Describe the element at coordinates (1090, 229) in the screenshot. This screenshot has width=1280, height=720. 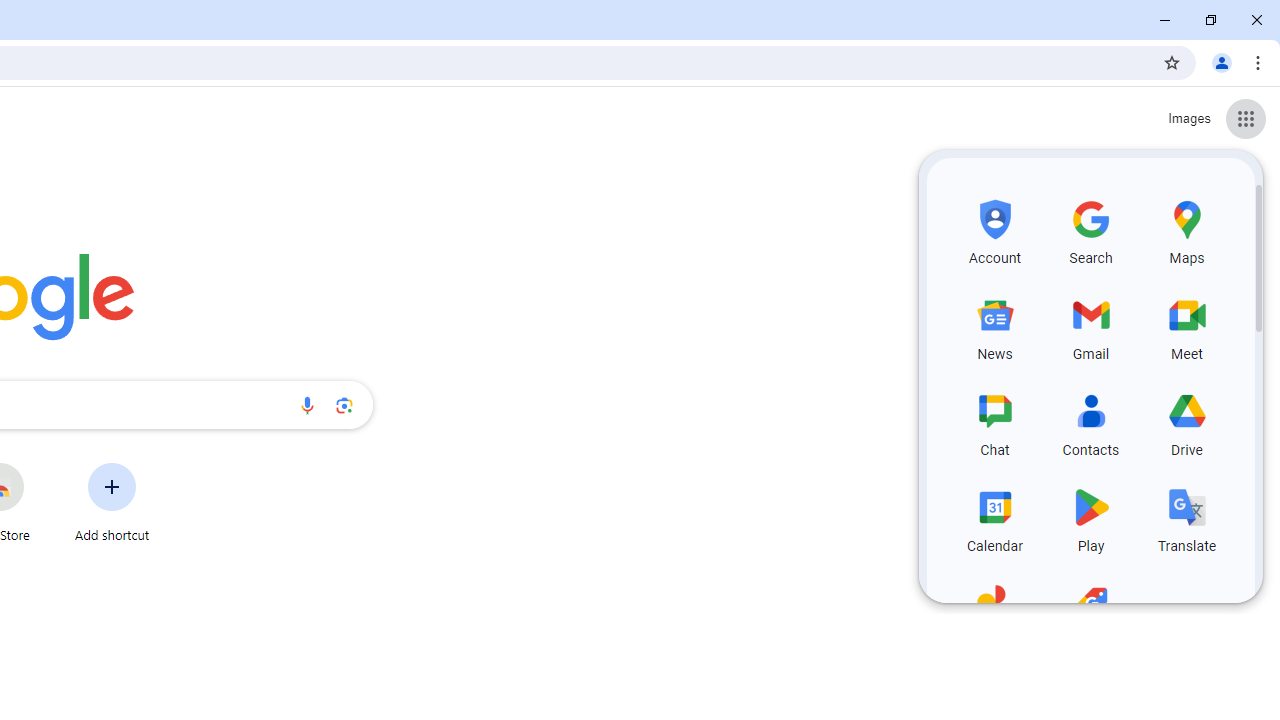
I see `'Search, row 1 of 5 and column 2 of 3 in the first section'` at that location.